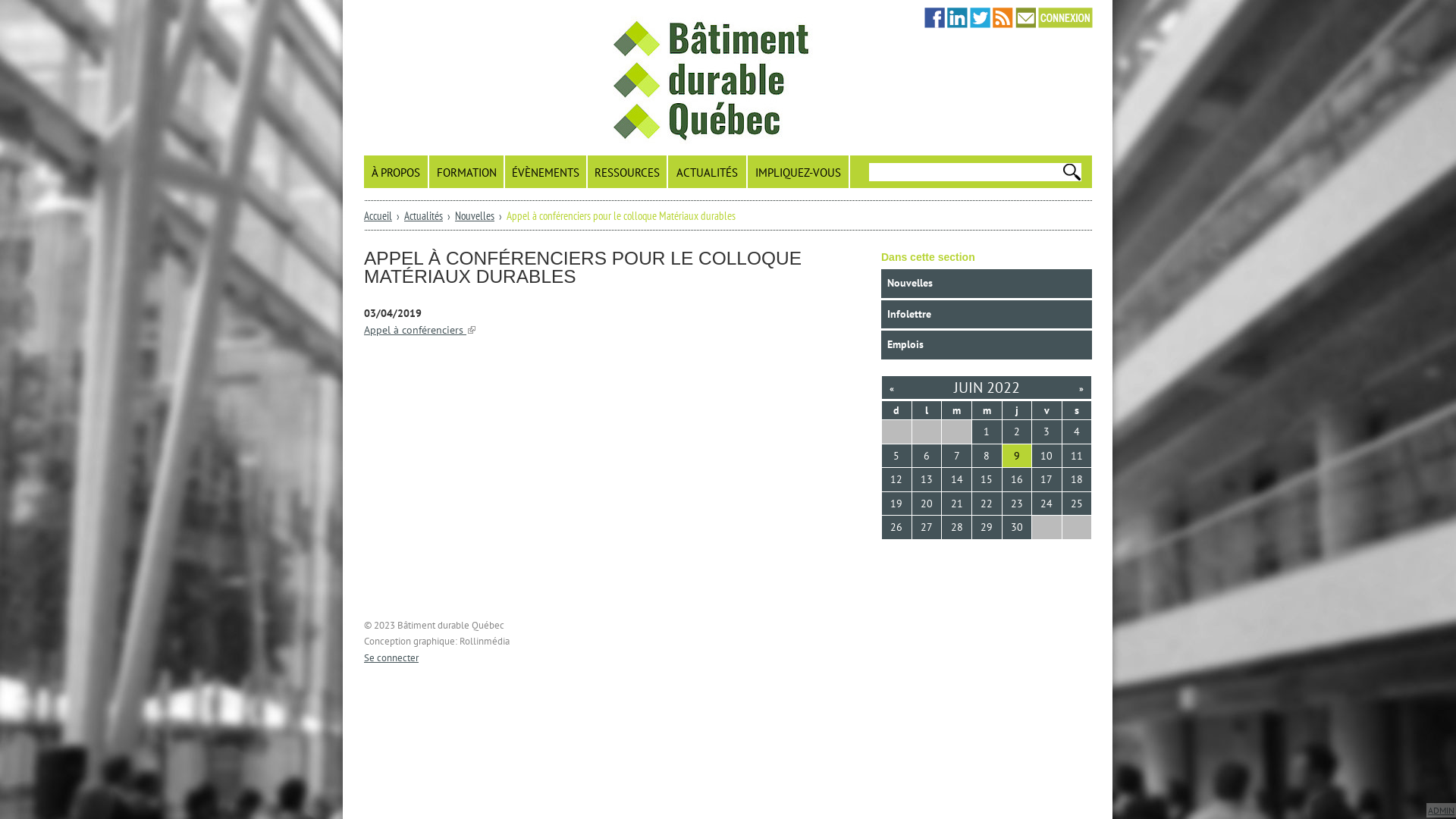 This screenshot has width=1456, height=819. Describe the element at coordinates (628, 171) in the screenshot. I see `'RESSOURCES'` at that location.